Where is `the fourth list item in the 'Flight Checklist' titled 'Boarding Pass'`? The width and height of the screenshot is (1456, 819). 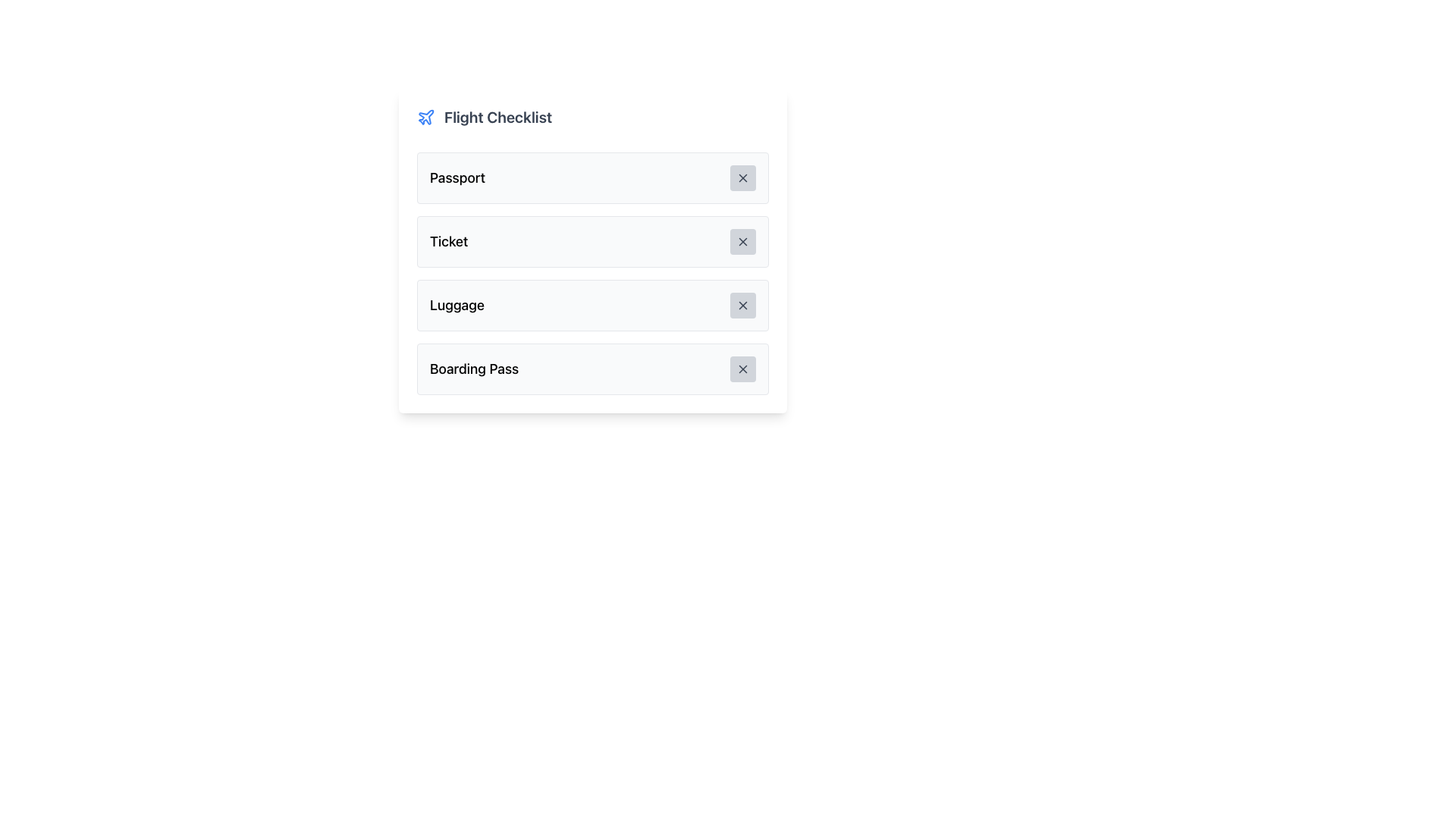
the fourth list item in the 'Flight Checklist' titled 'Boarding Pass' is located at coordinates (592, 369).